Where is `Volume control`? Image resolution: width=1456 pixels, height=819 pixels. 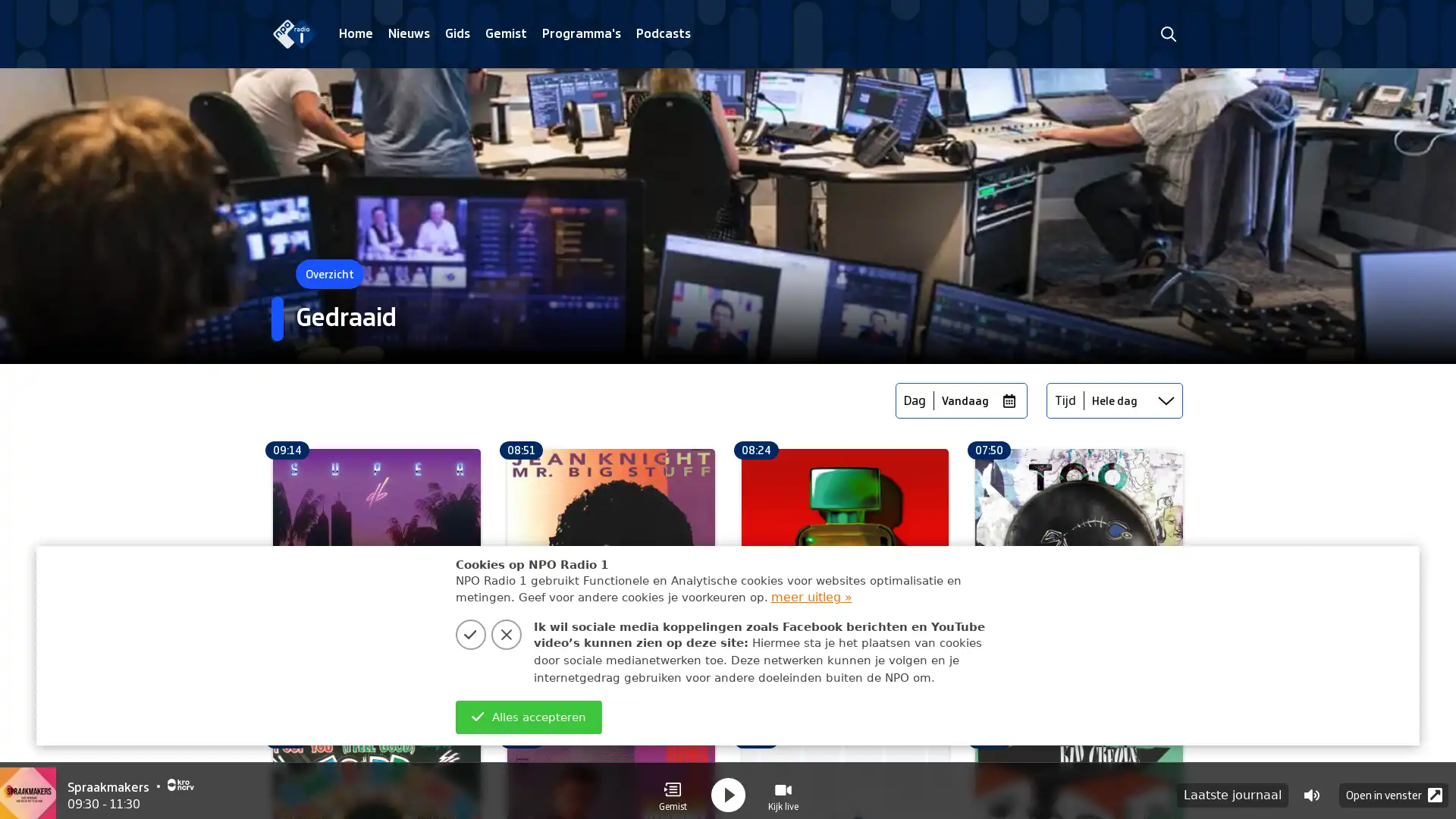 Volume control is located at coordinates (1310, 786).